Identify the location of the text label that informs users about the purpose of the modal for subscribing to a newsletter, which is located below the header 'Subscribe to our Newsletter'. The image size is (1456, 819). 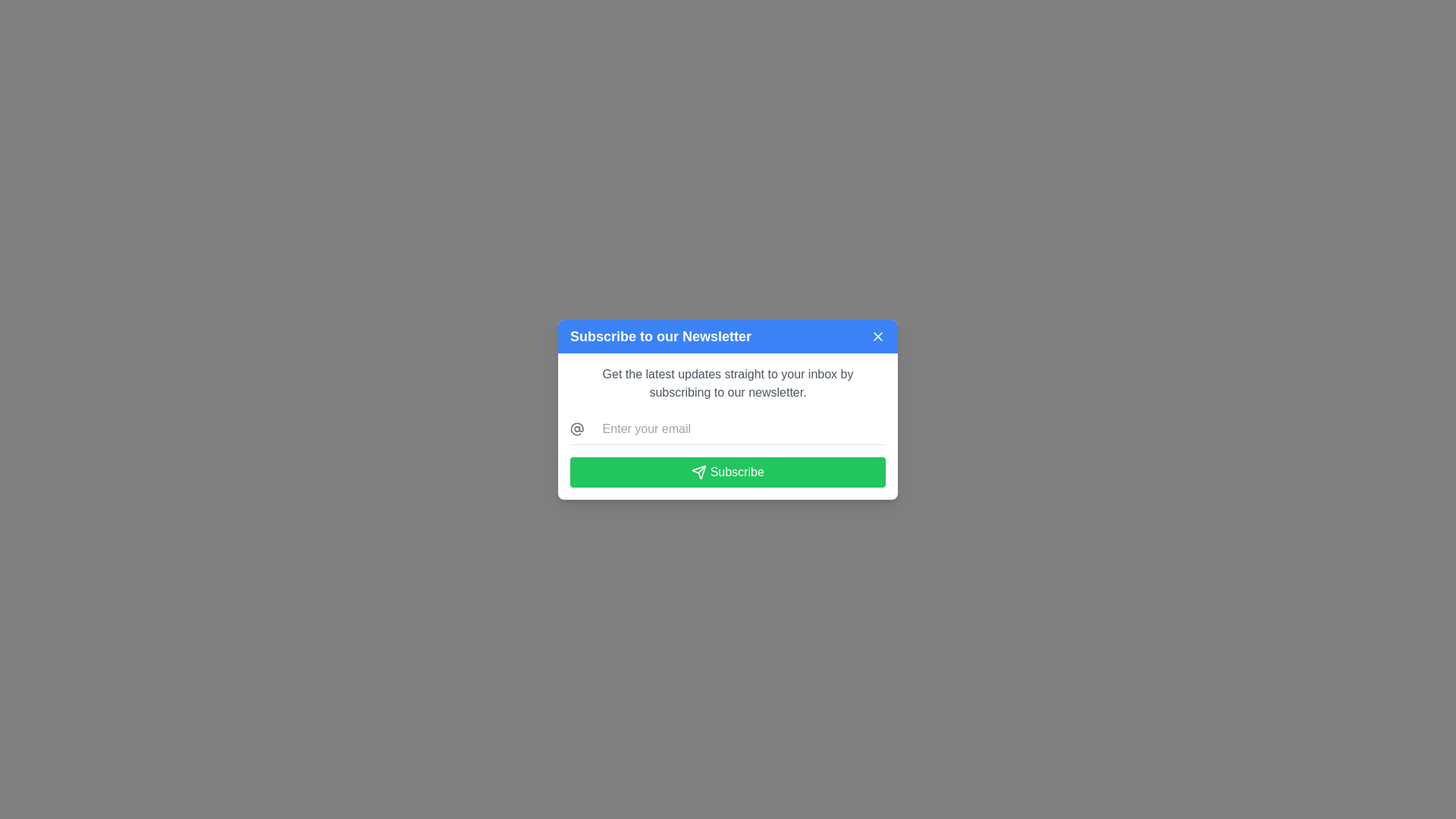
(728, 382).